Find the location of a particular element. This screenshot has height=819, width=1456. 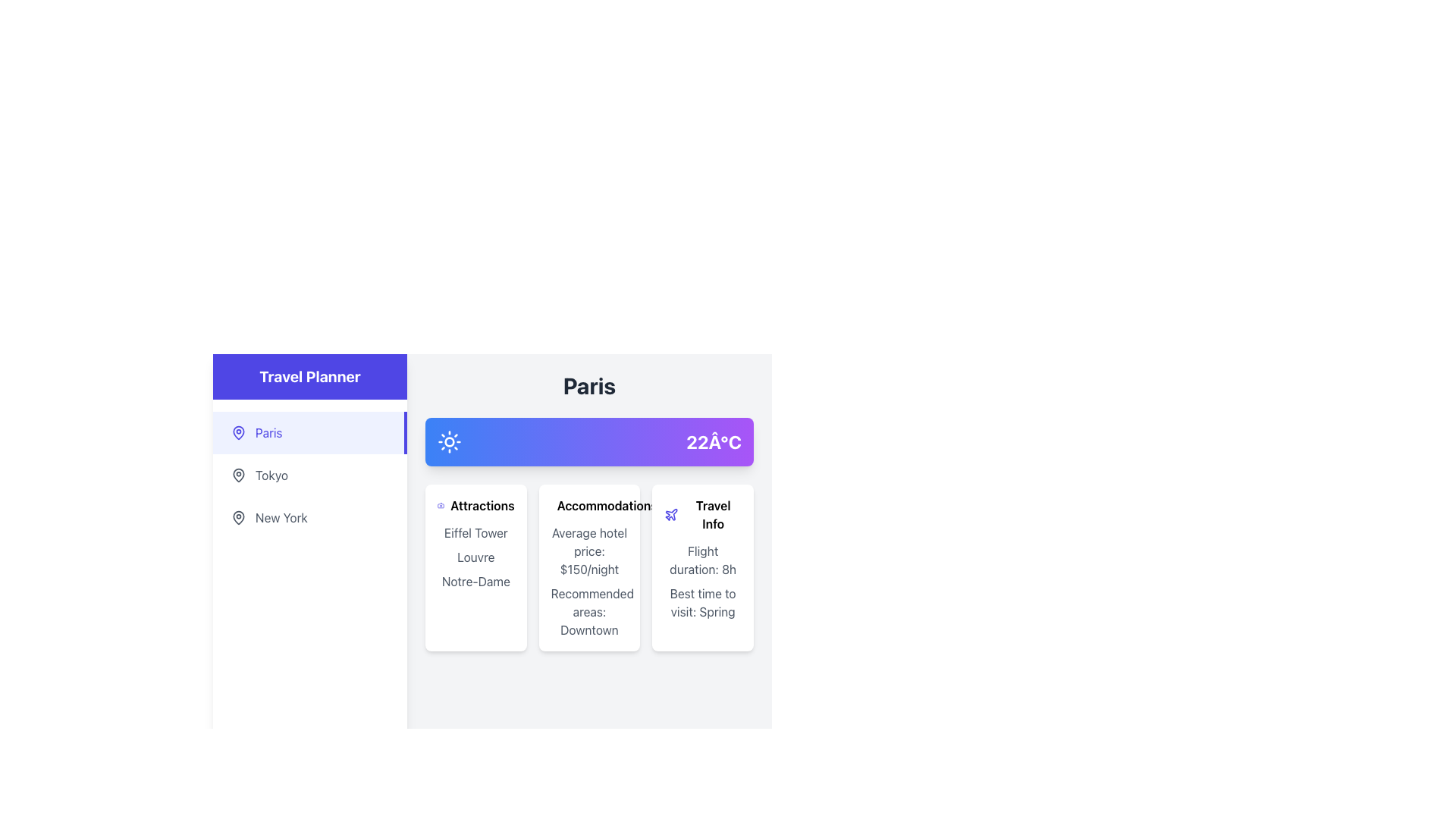

the information panel showcasing notable attractions for Paris, which is located in the right section of the interface, under the heading 'Paris', and is the leftmost of three vertically aligned sections is located at coordinates (492, 532).